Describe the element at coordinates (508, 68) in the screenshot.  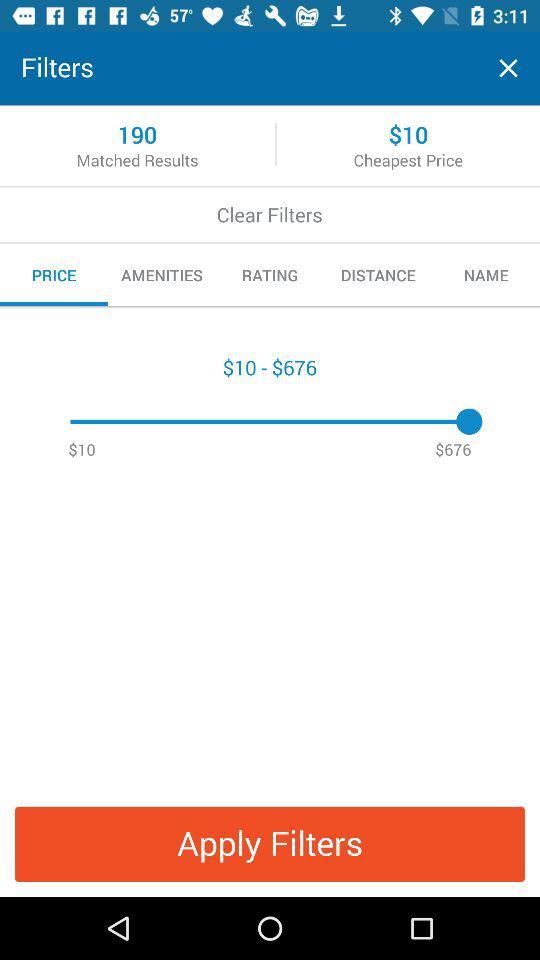
I see `the item next to filters item` at that location.